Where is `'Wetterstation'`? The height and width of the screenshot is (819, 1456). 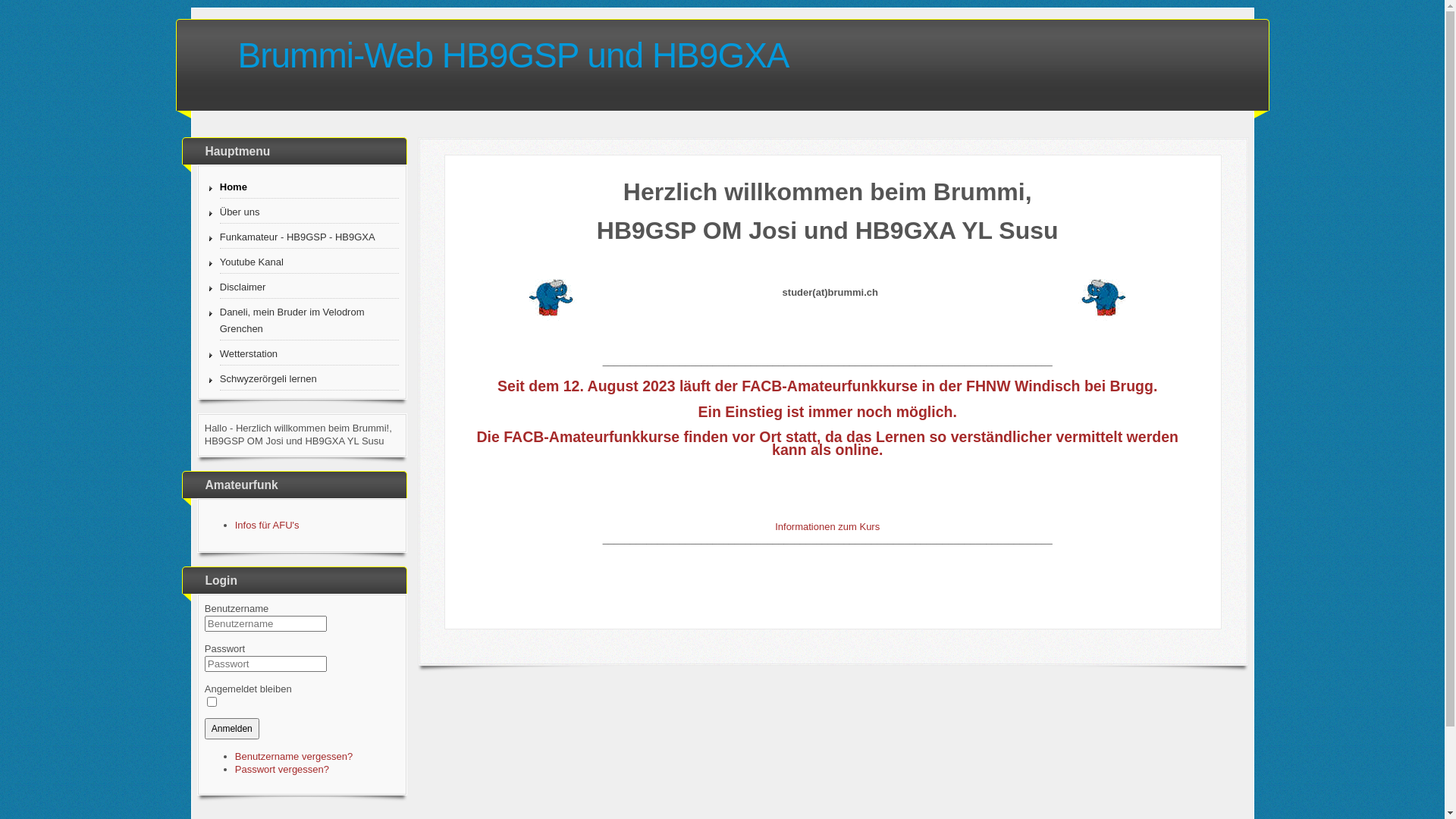
'Wetterstation' is located at coordinates (309, 354).